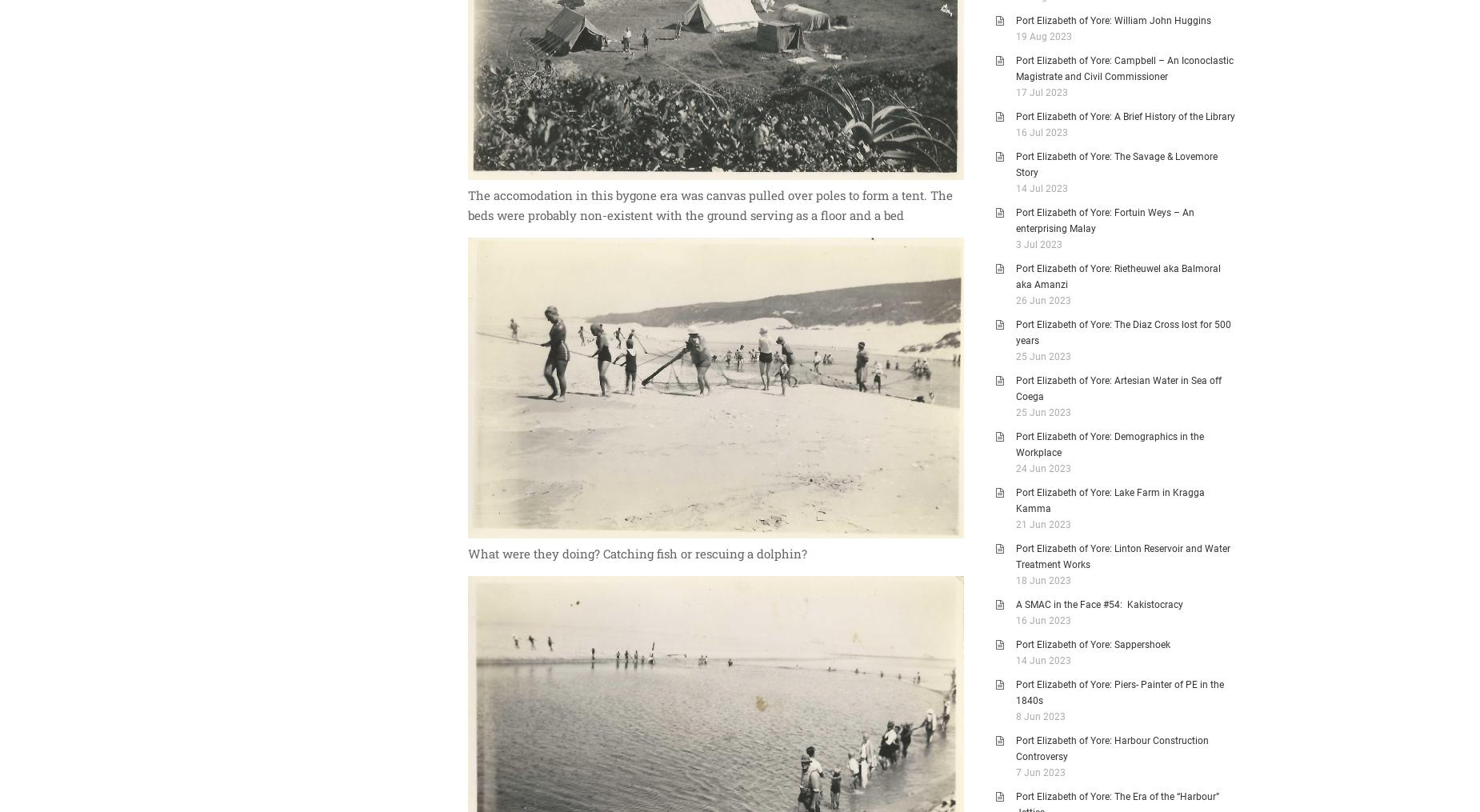  Describe the element at coordinates (467, 554) in the screenshot. I see `'What were they doing? Catching fish or rescuing a dolphin?'` at that location.